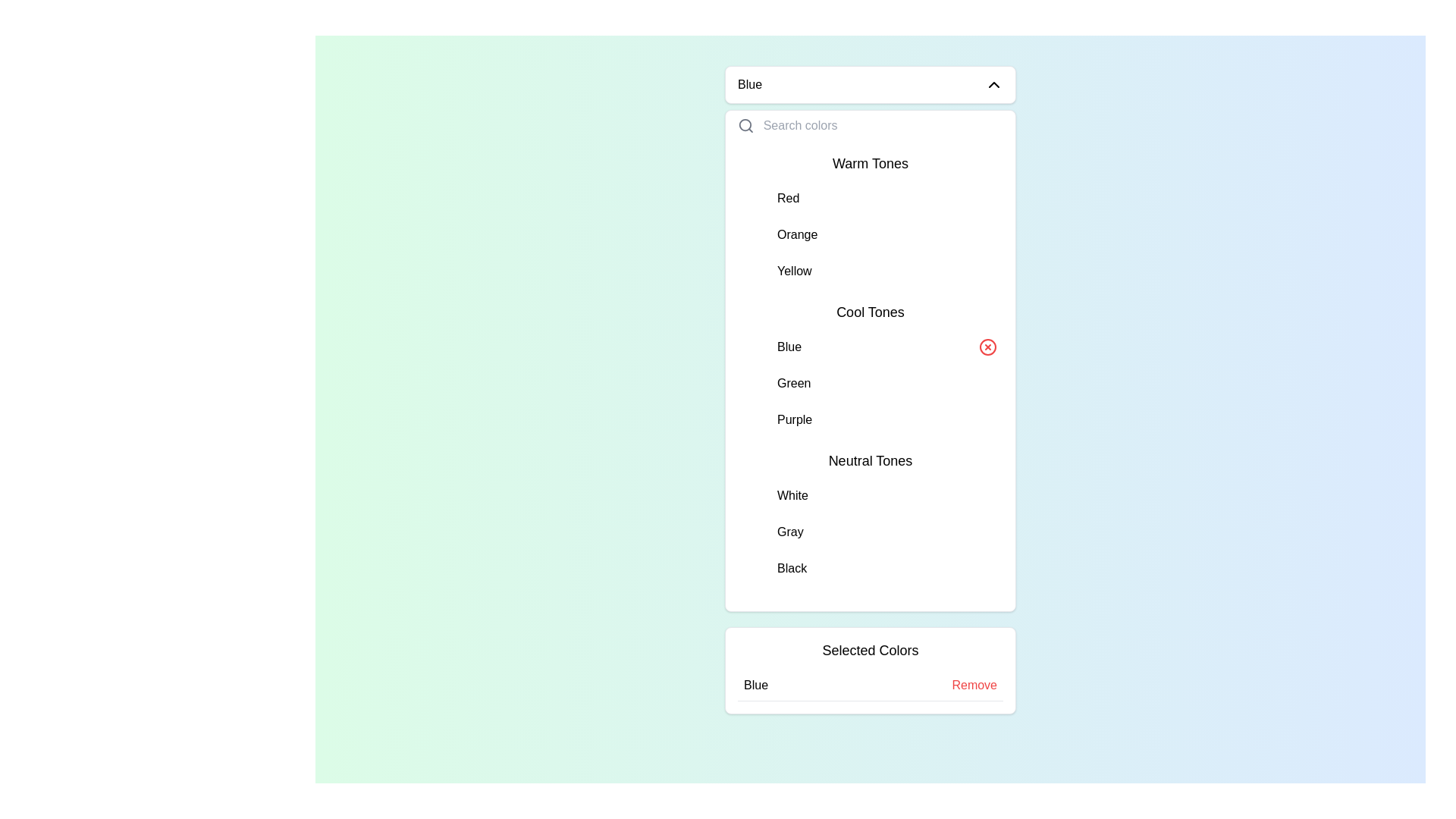 Image resolution: width=1456 pixels, height=819 pixels. I want to click on the static text label displaying 'Blue' within the 'Selected Colors' section, which is positioned adjacent to the red interactive 'Remove' link, so click(756, 685).